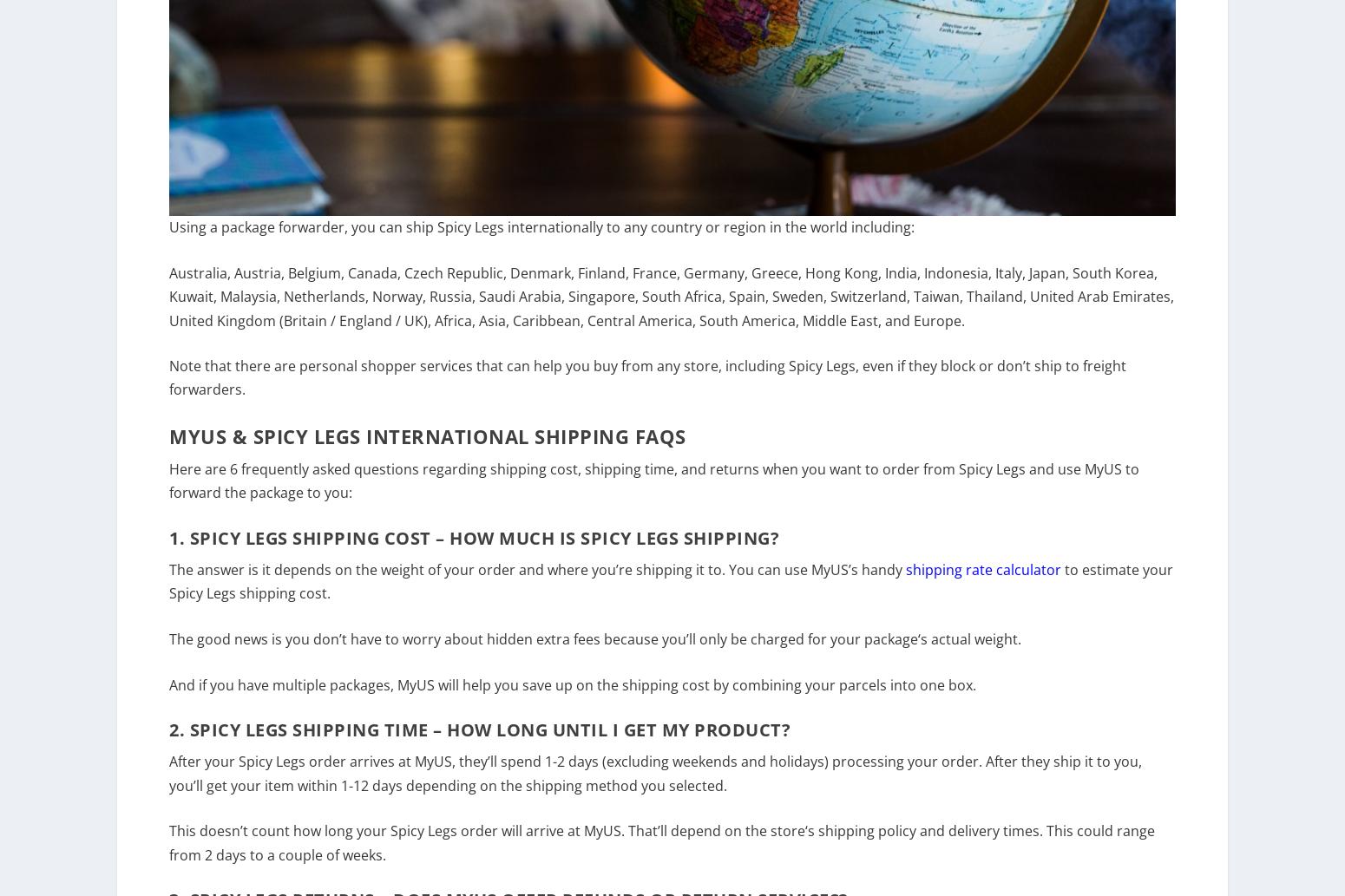  I want to click on 'arrives at MyUS, they’ll spend 1-2 days (excluding weekends and holidays) processing your', so click(345, 772).